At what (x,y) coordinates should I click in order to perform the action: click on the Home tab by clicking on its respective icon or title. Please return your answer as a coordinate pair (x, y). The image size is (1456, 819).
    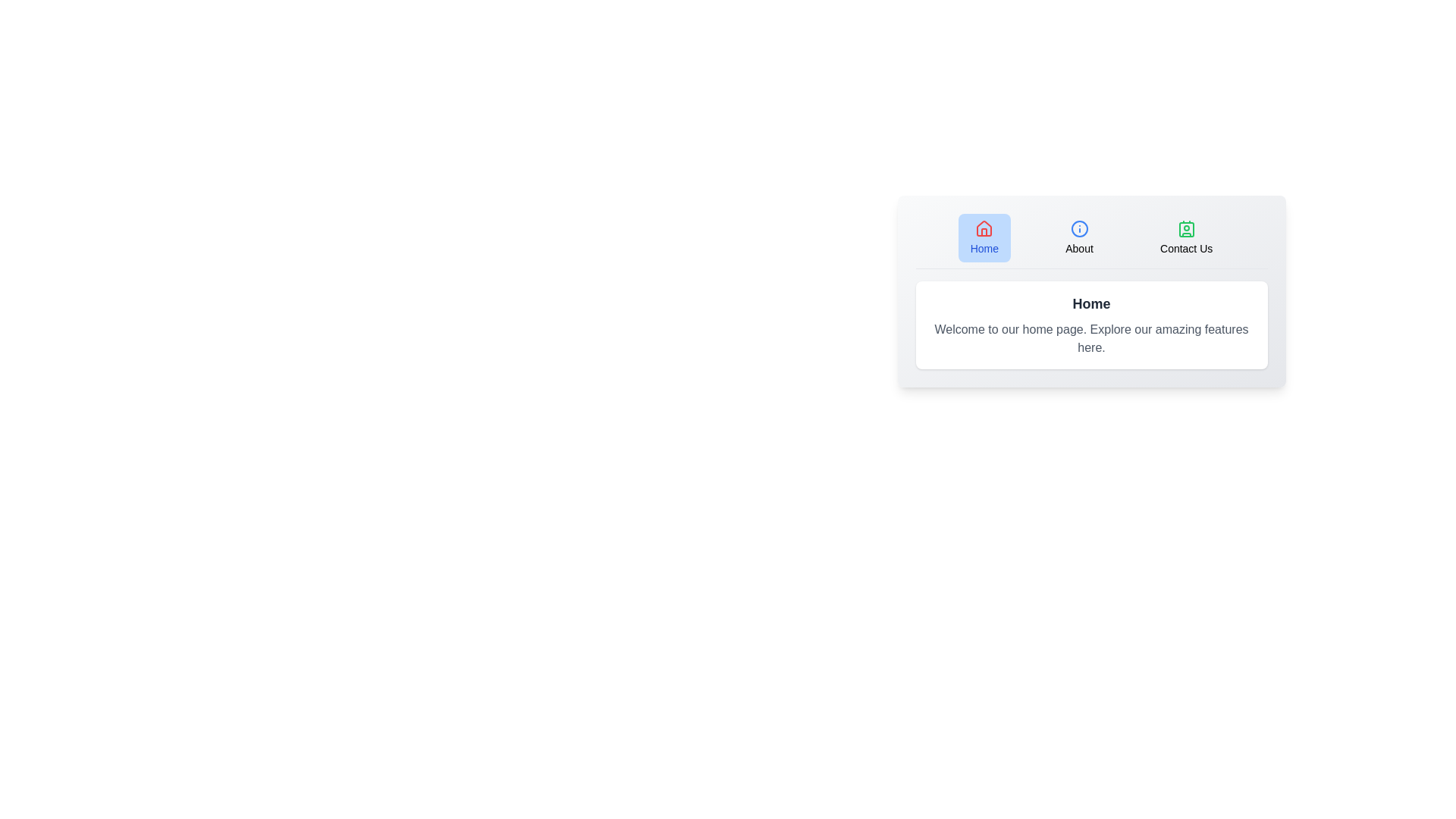
    Looking at the image, I should click on (984, 237).